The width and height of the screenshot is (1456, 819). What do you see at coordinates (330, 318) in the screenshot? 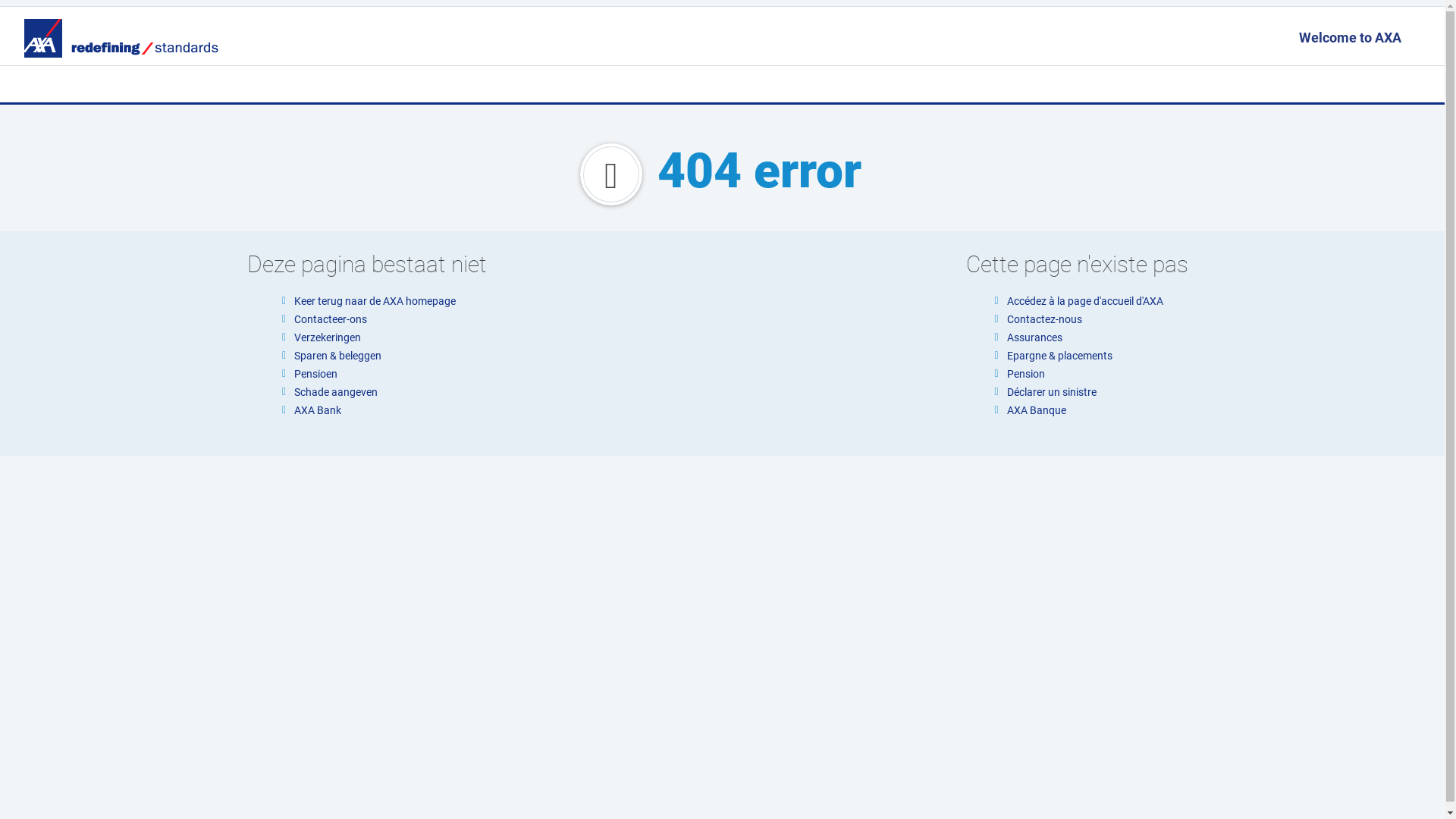
I see `'Contacteer-ons'` at bounding box center [330, 318].